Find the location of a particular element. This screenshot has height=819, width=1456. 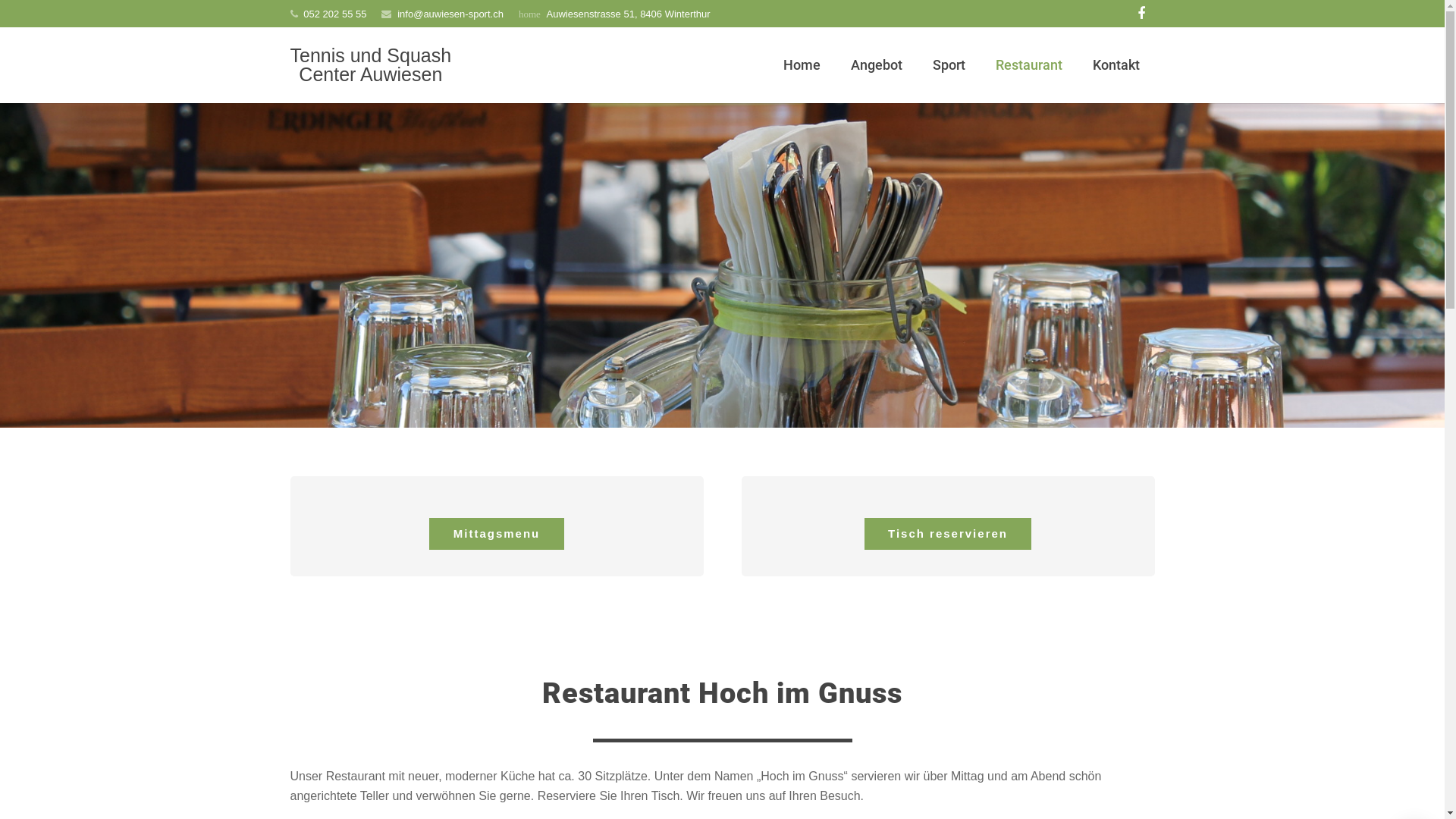

'Tennis und Squash is located at coordinates (370, 64).